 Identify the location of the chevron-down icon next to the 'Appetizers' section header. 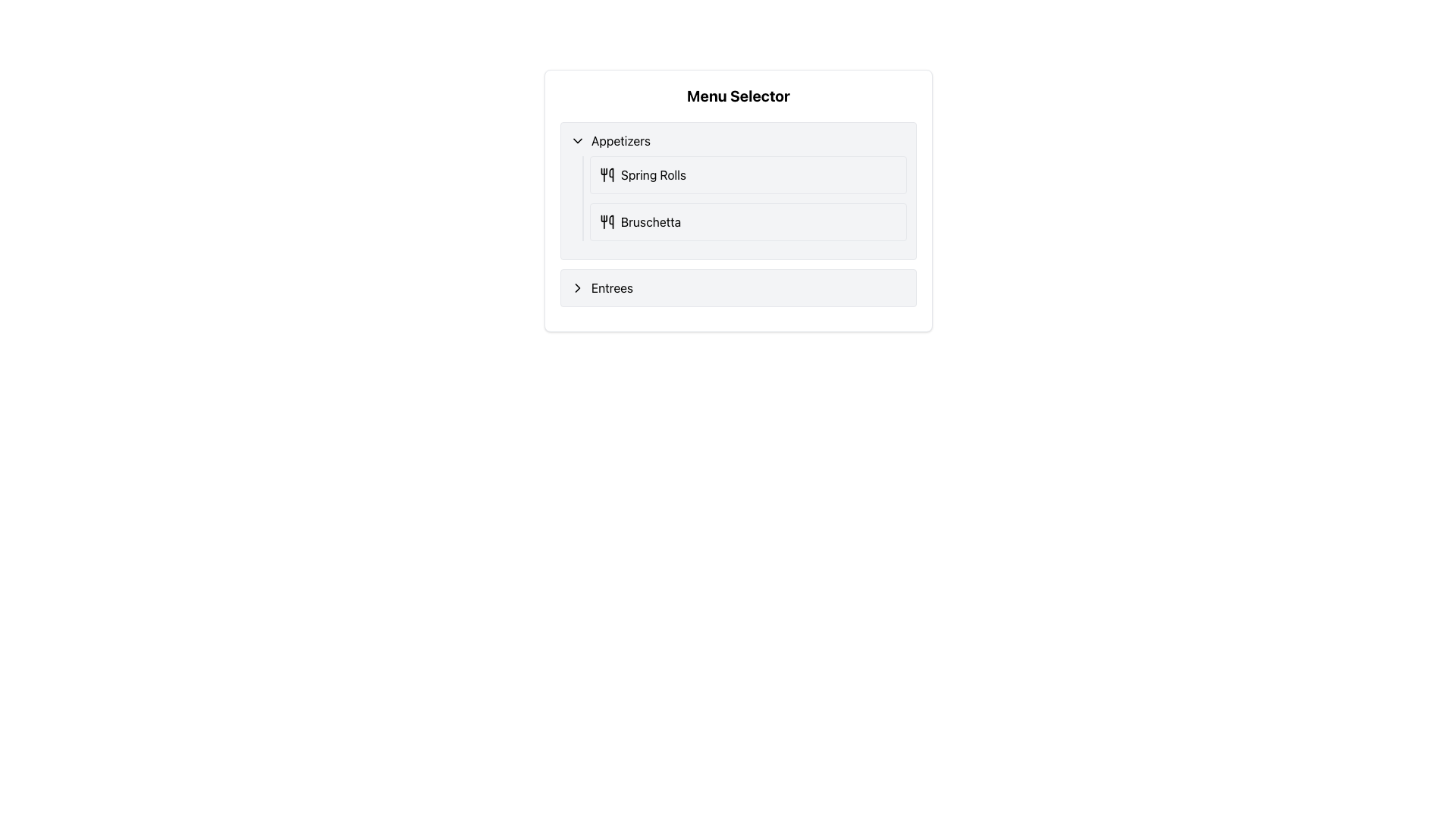
(577, 140).